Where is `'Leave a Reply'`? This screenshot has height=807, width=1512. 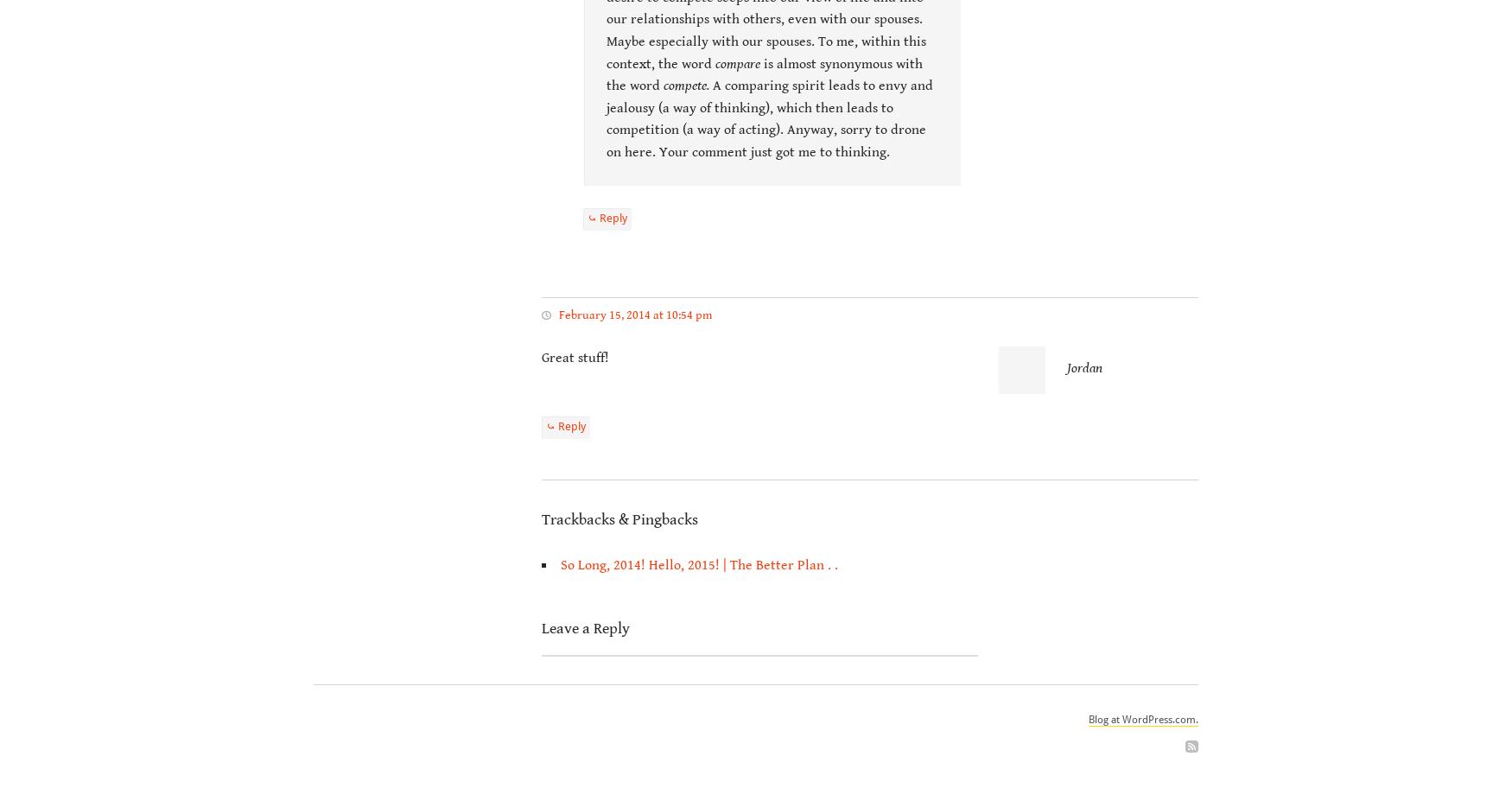 'Leave a Reply' is located at coordinates (584, 627).